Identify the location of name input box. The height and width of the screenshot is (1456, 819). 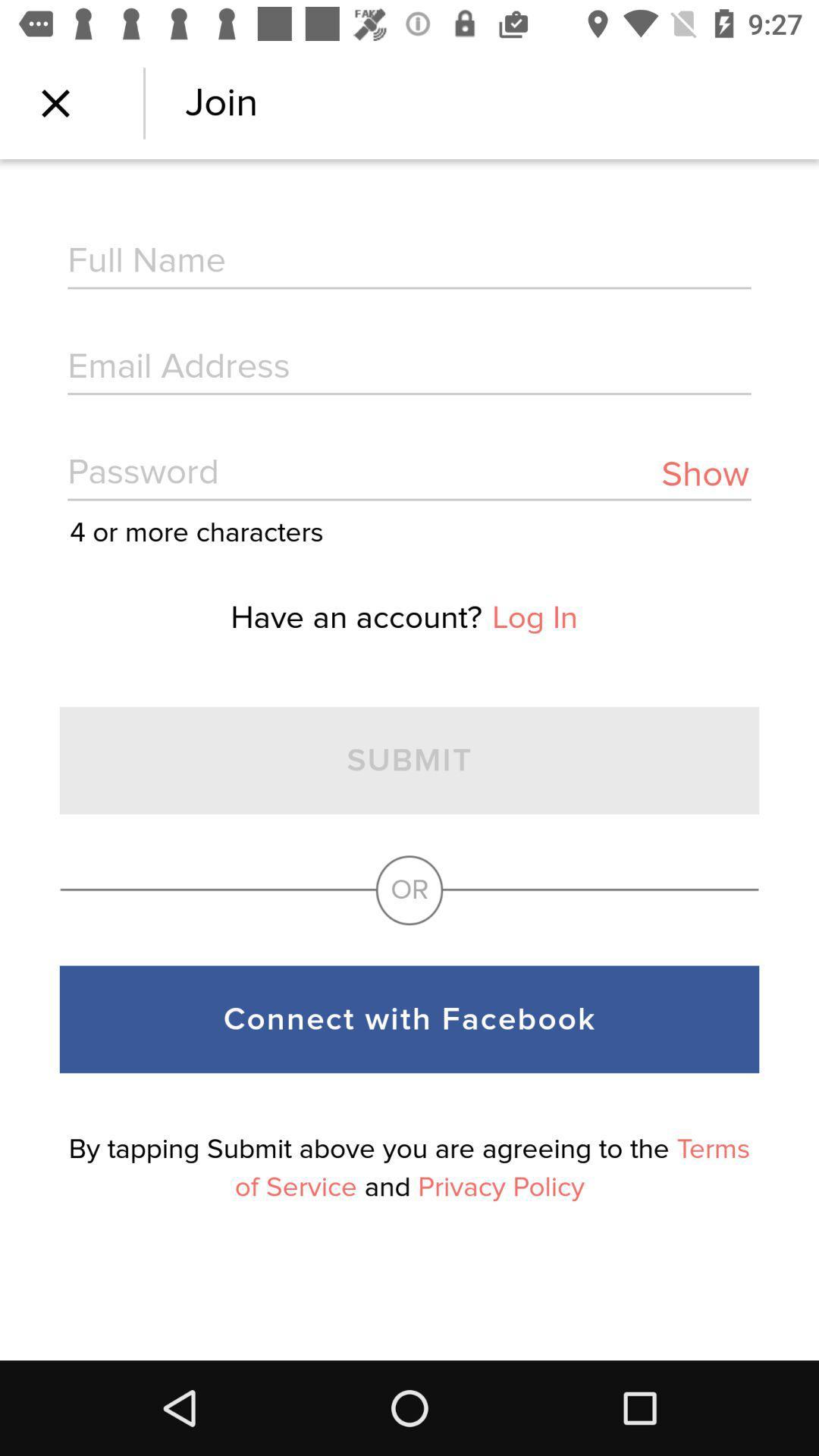
(409, 262).